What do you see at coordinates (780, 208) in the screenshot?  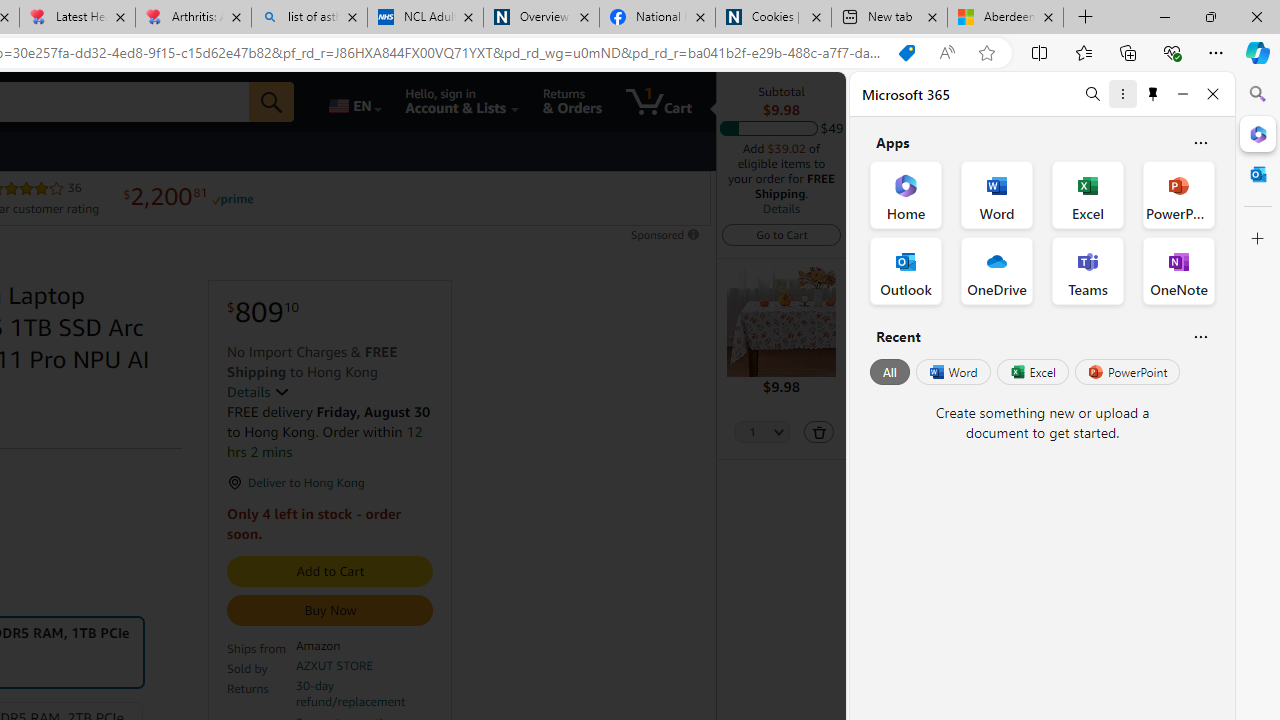 I see `'Details'` at bounding box center [780, 208].